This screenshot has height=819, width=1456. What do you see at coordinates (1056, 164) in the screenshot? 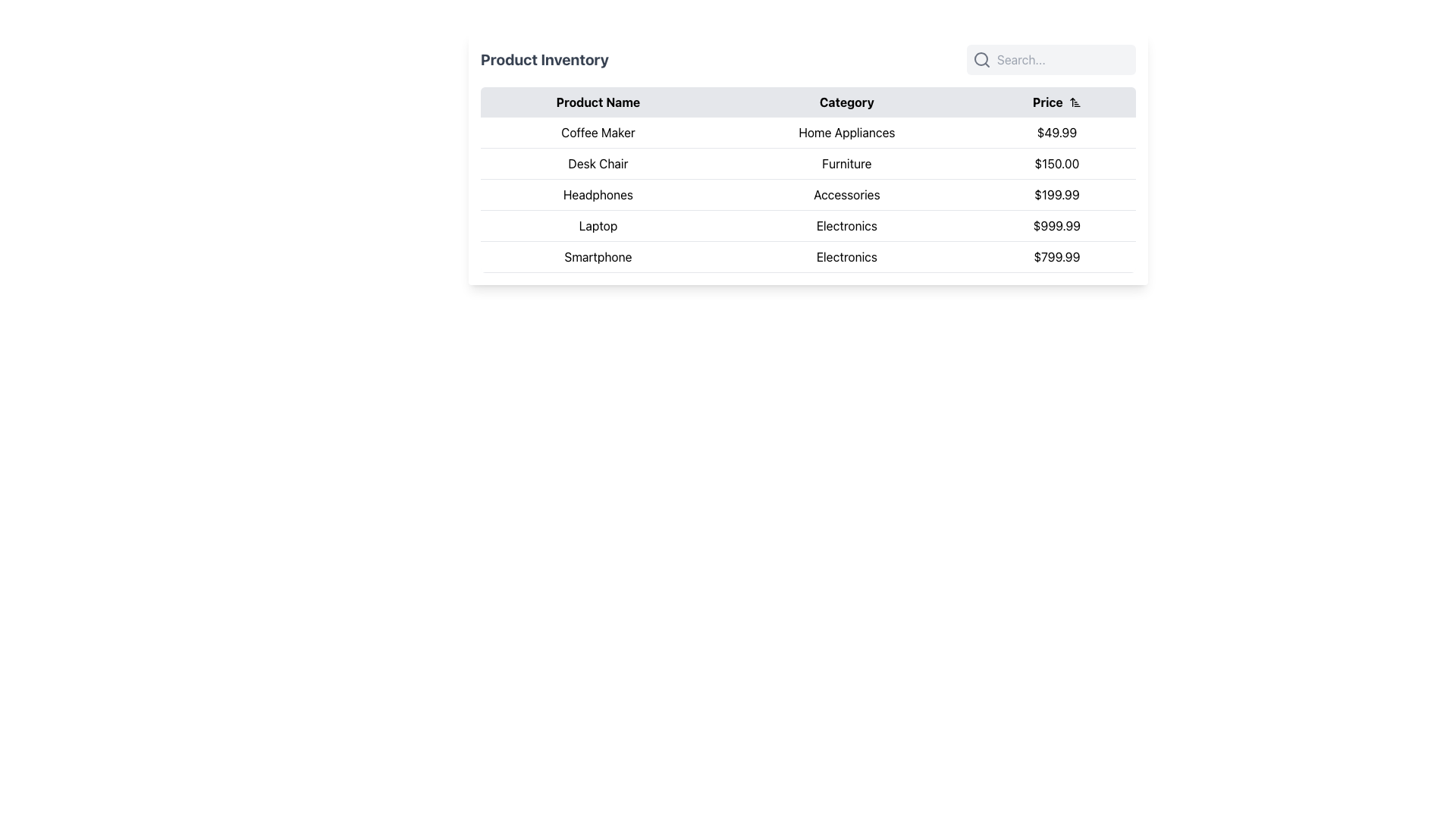
I see `the price label for the 'Desk Chair' product, located in the third column of the table under the 'Price' heading` at bounding box center [1056, 164].